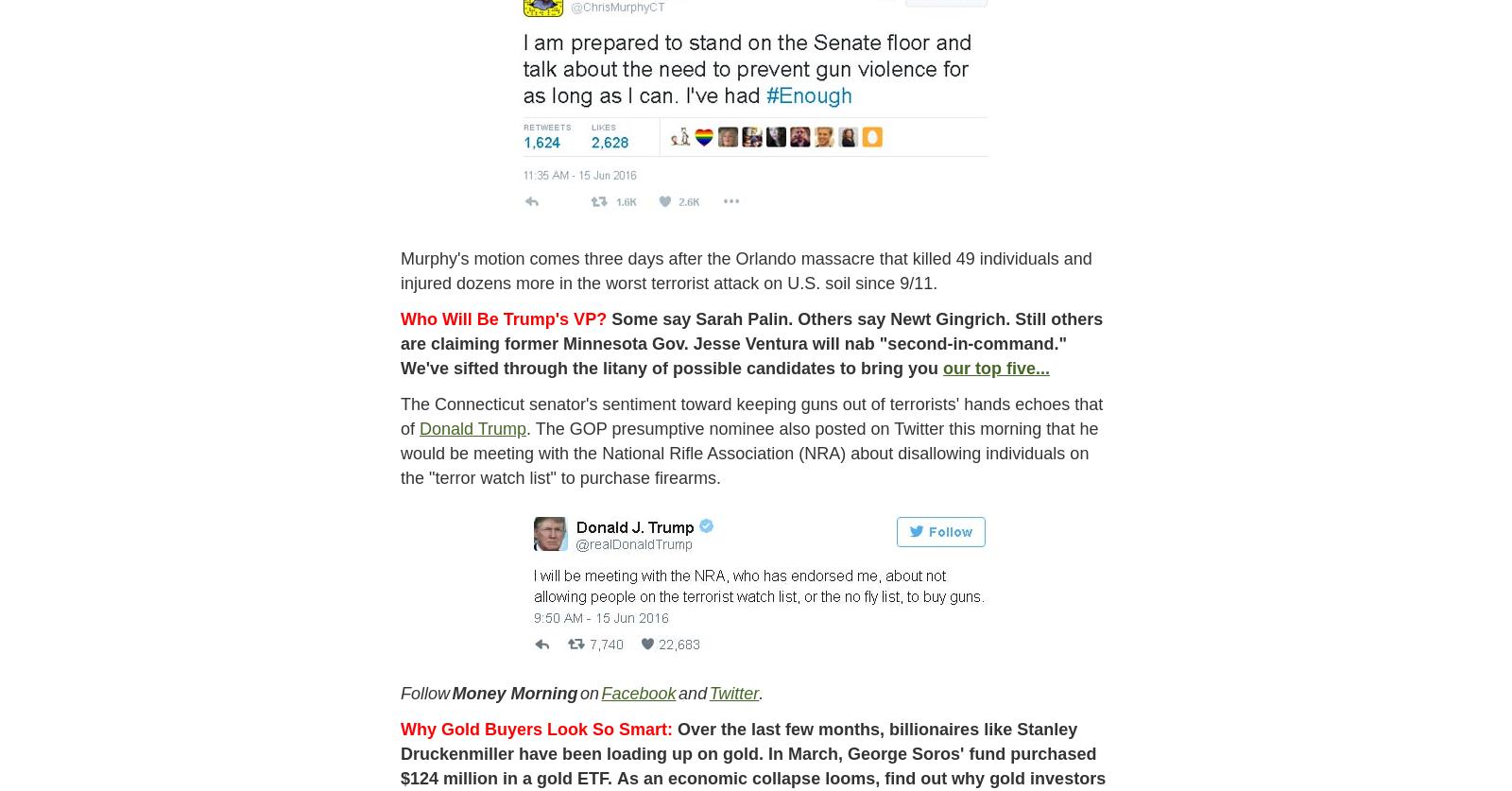 The width and height of the screenshot is (1512, 791). What do you see at coordinates (692, 691) in the screenshot?
I see `'and'` at bounding box center [692, 691].